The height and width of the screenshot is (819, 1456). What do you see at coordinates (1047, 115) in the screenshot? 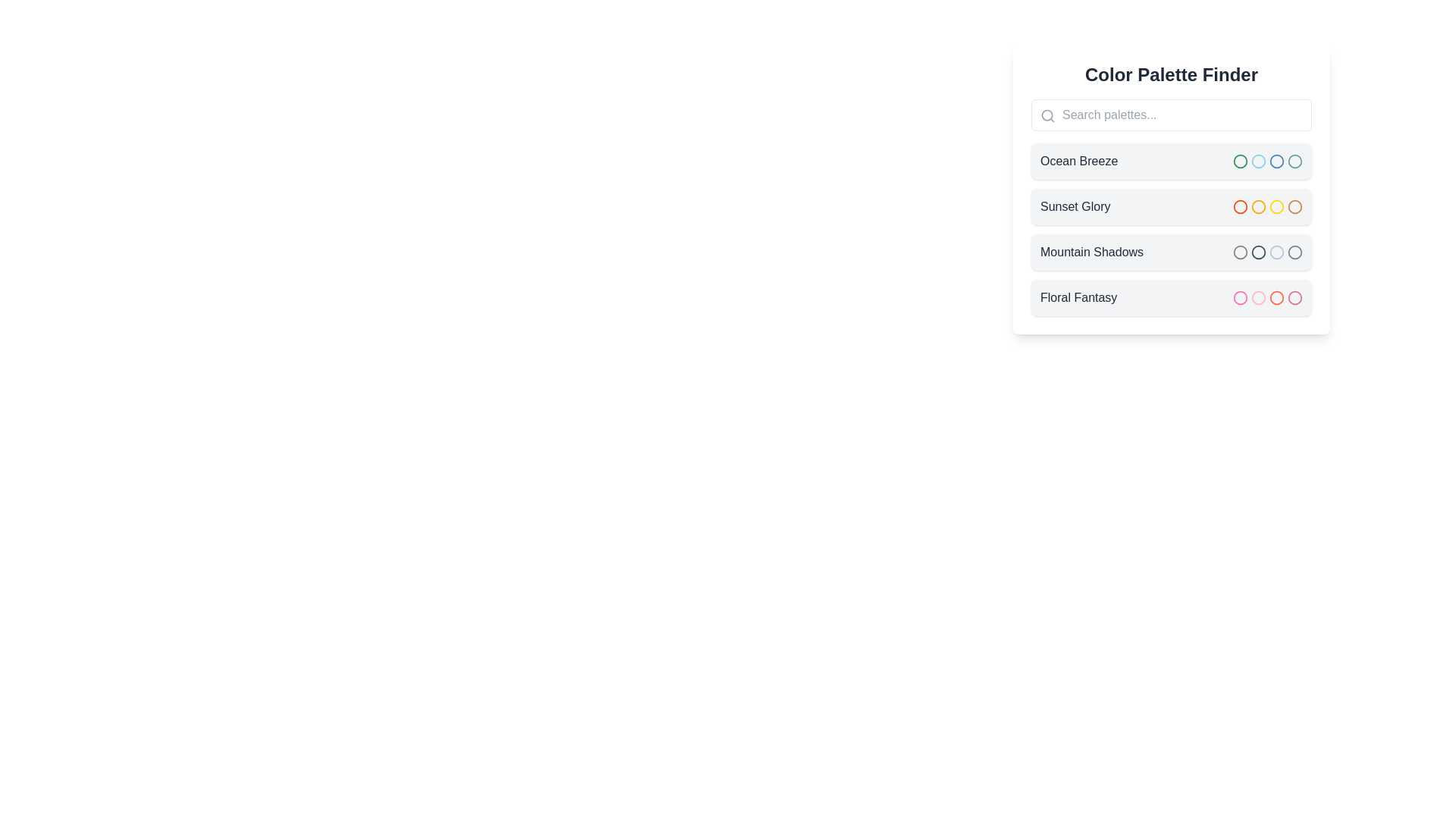
I see `the search icon resembling a magnifying glass, located inside the text input field with the placeholder 'Search palettes...', positioned towards the left of the field in the 'Color Palette Finder' section` at bounding box center [1047, 115].